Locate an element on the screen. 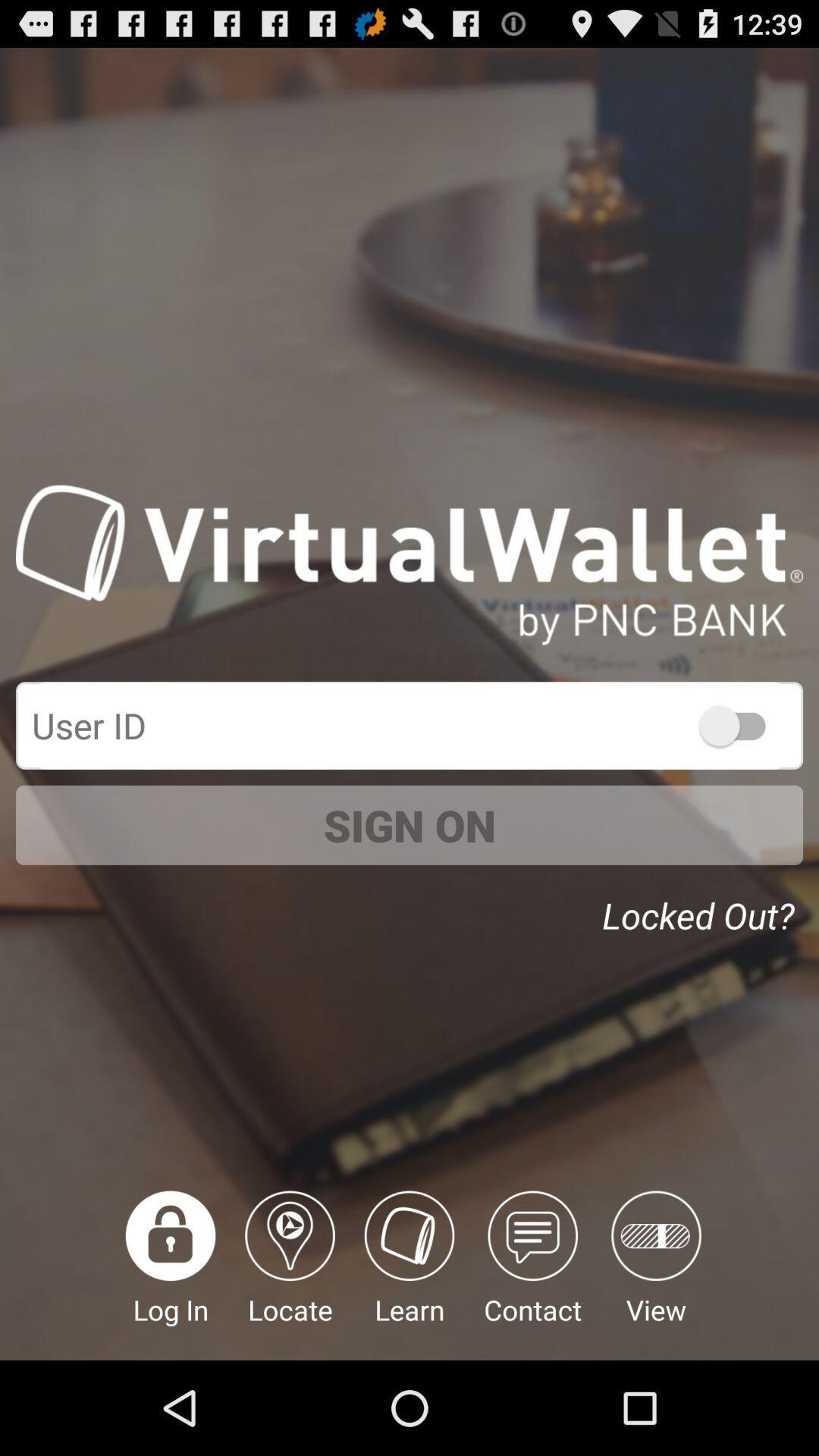 Image resolution: width=819 pixels, height=1456 pixels. the item above the contact icon is located at coordinates (702, 910).